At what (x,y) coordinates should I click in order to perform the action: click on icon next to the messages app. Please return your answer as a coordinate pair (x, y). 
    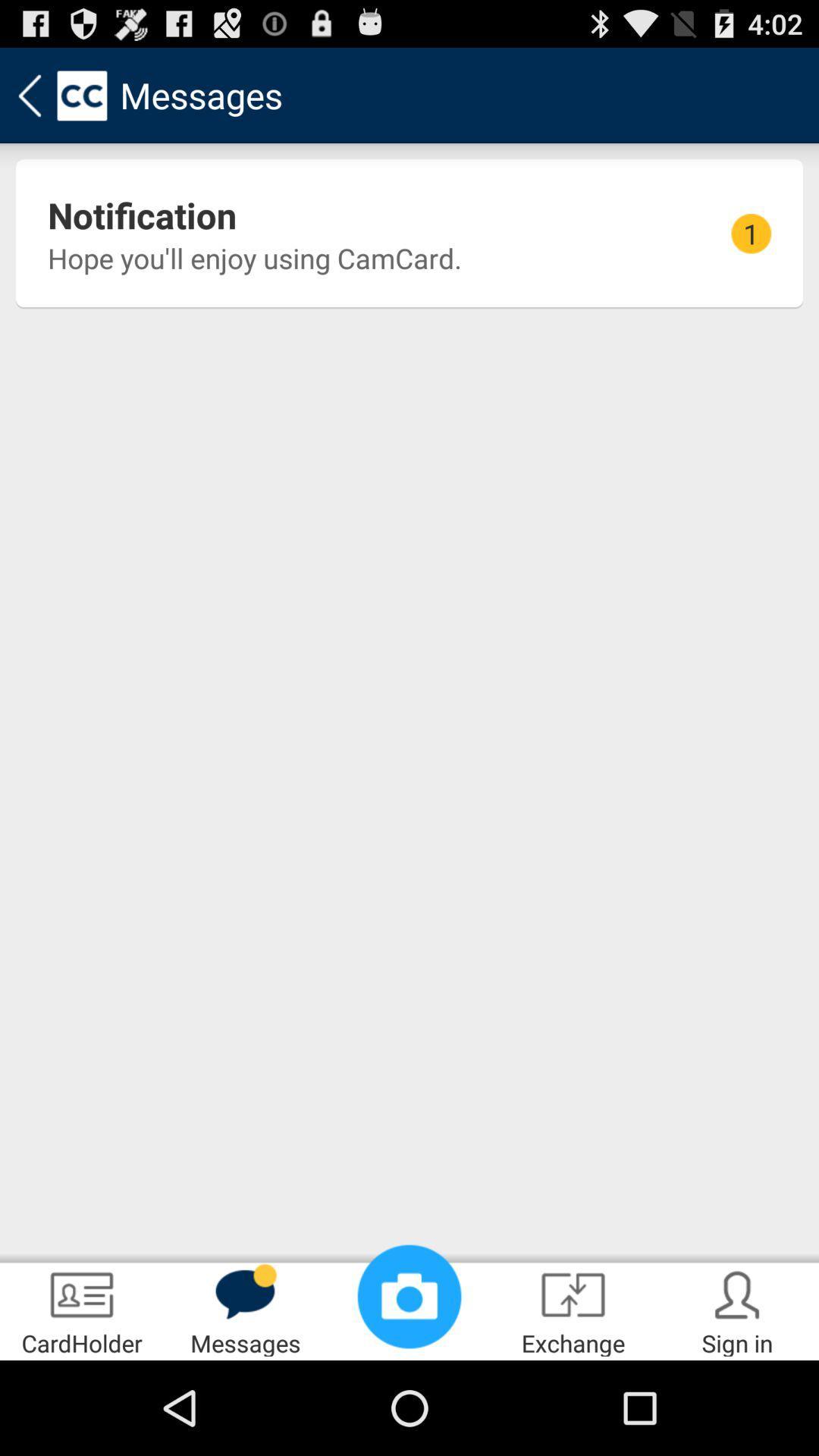
    Looking at the image, I should click on (409, 1295).